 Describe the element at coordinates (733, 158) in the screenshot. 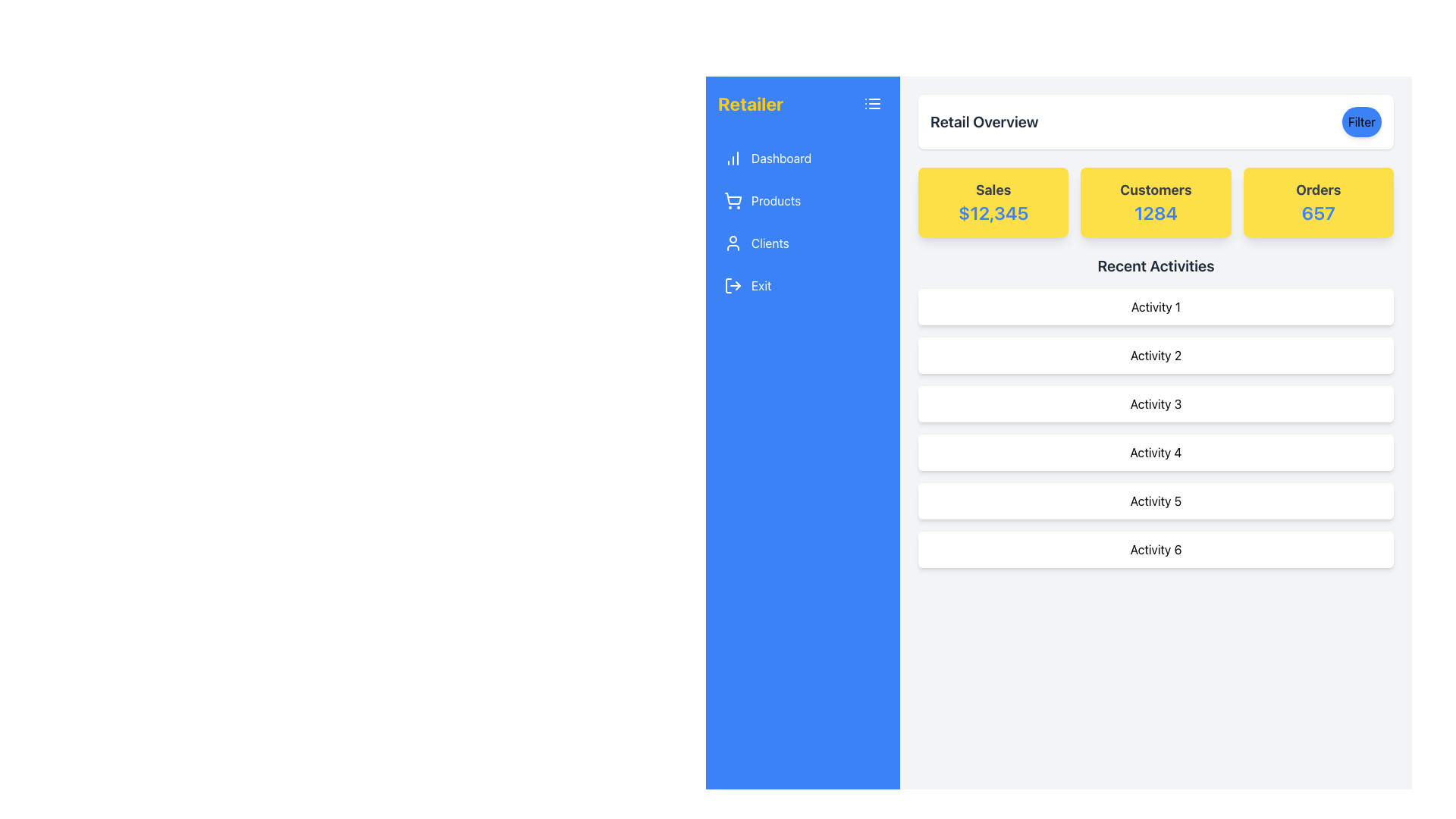

I see `the 'Dashboard' icon in the left sidebar` at that location.